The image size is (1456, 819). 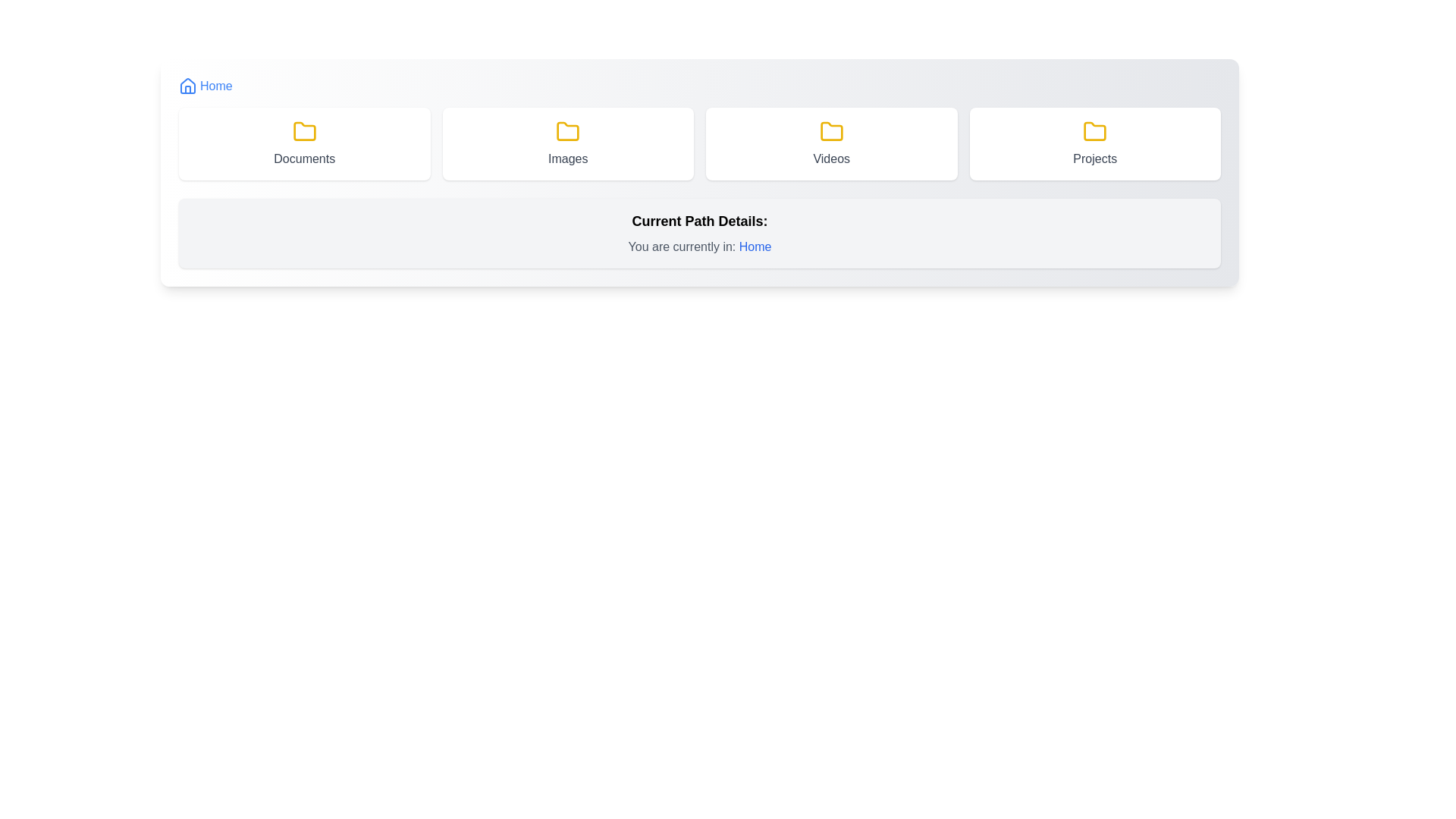 What do you see at coordinates (567, 158) in the screenshot?
I see `the static text label displaying the word 'Images', which is styled in gray font and located beneath a folder icon on the second card in a row of four cards` at bounding box center [567, 158].